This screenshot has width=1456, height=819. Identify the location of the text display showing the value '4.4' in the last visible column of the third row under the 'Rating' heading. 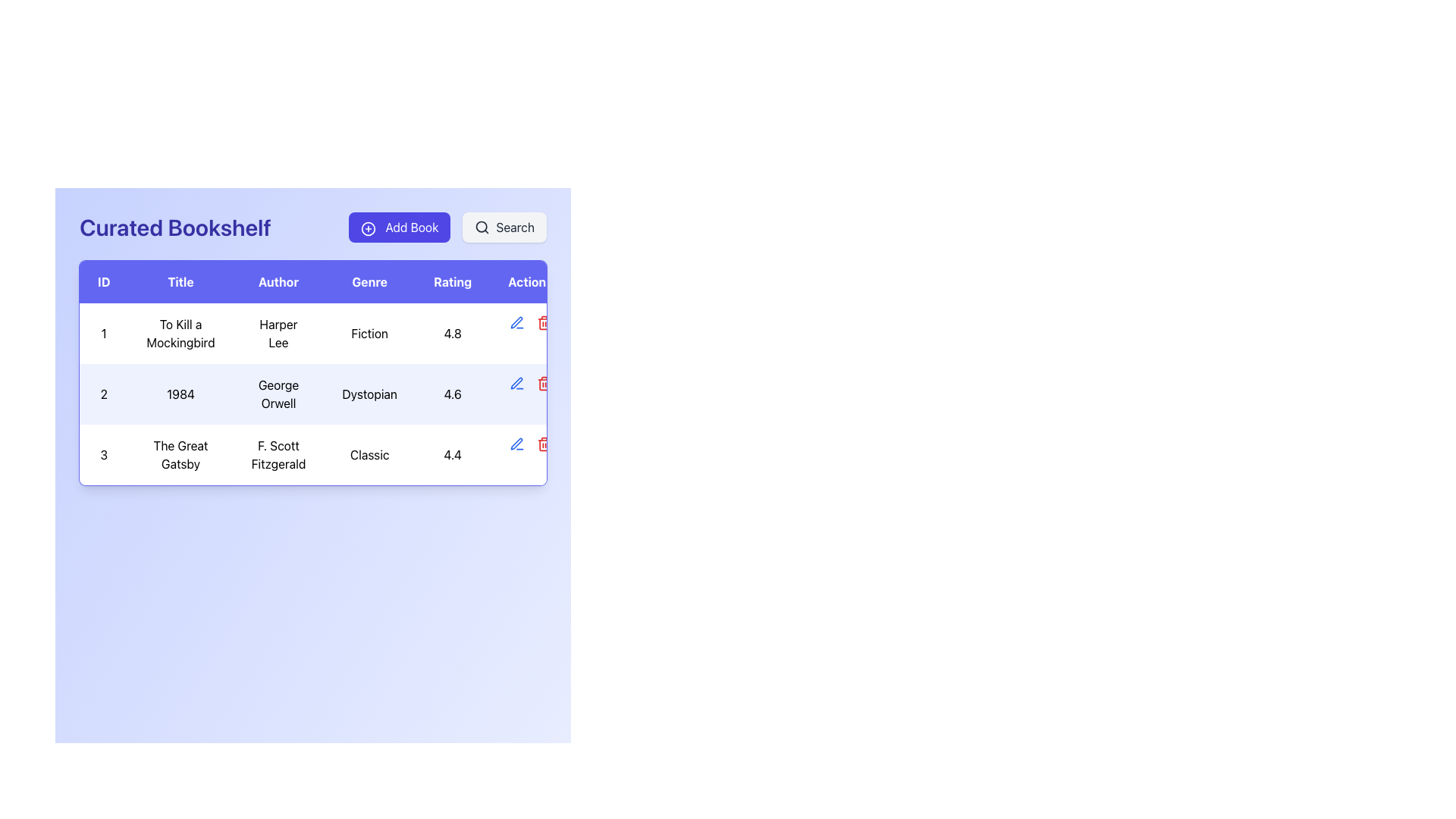
(452, 454).